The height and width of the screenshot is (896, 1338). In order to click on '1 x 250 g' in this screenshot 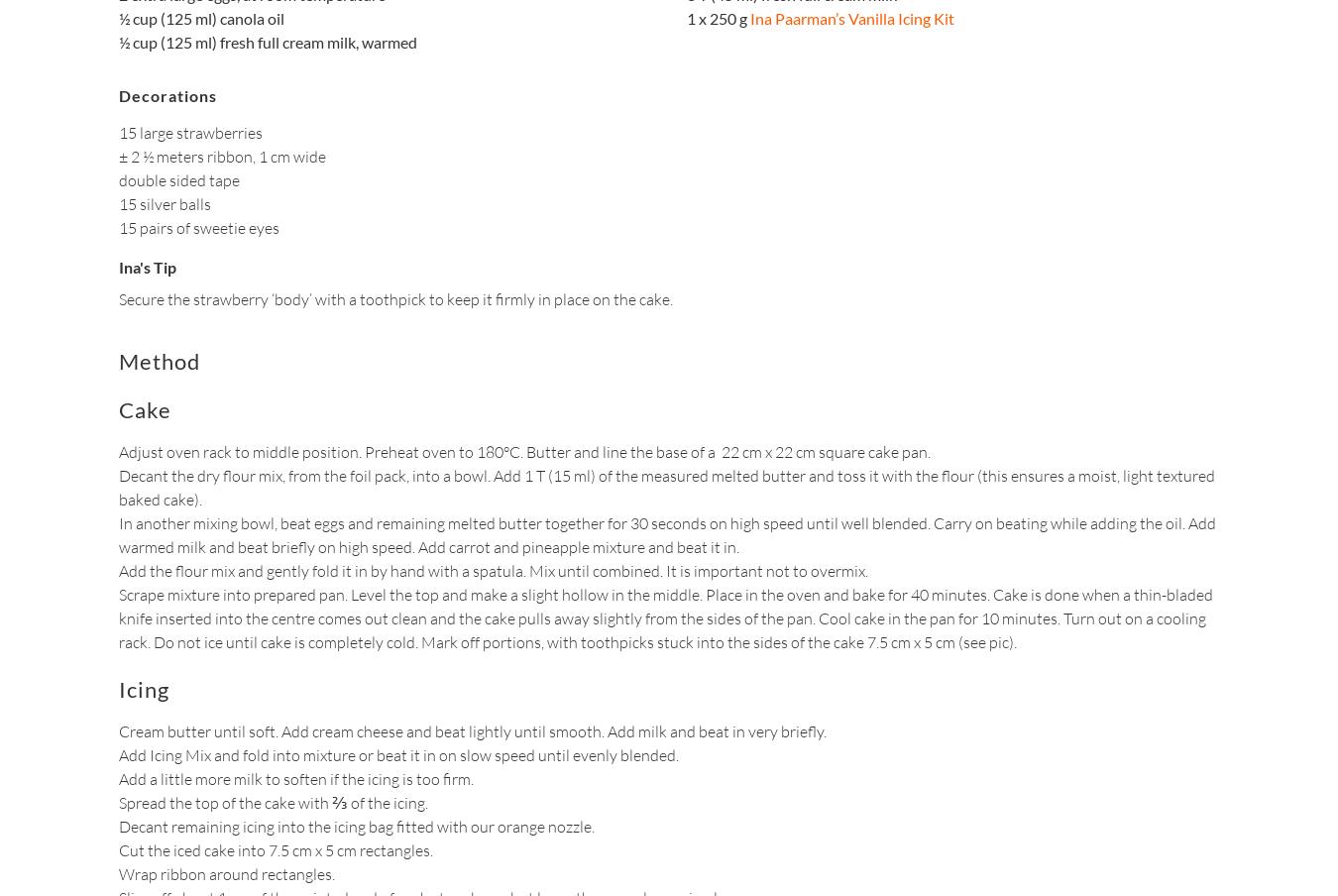, I will do `click(717, 16)`.